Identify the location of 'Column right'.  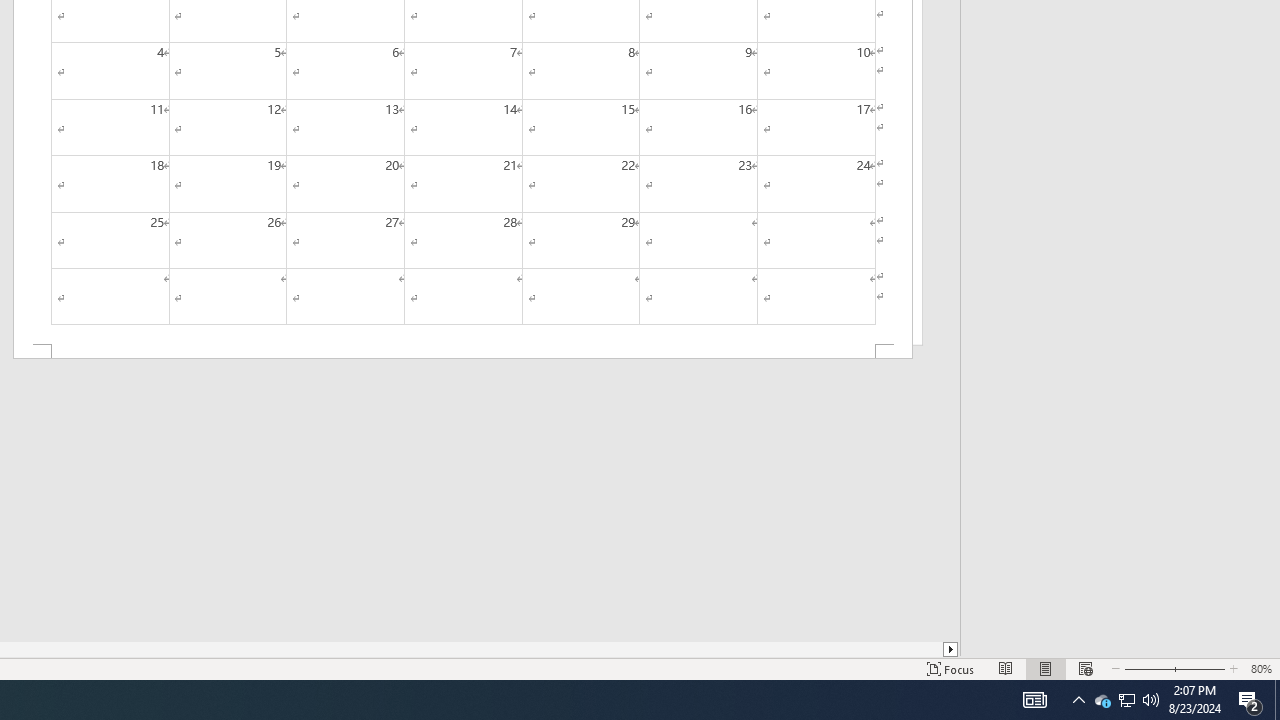
(950, 649).